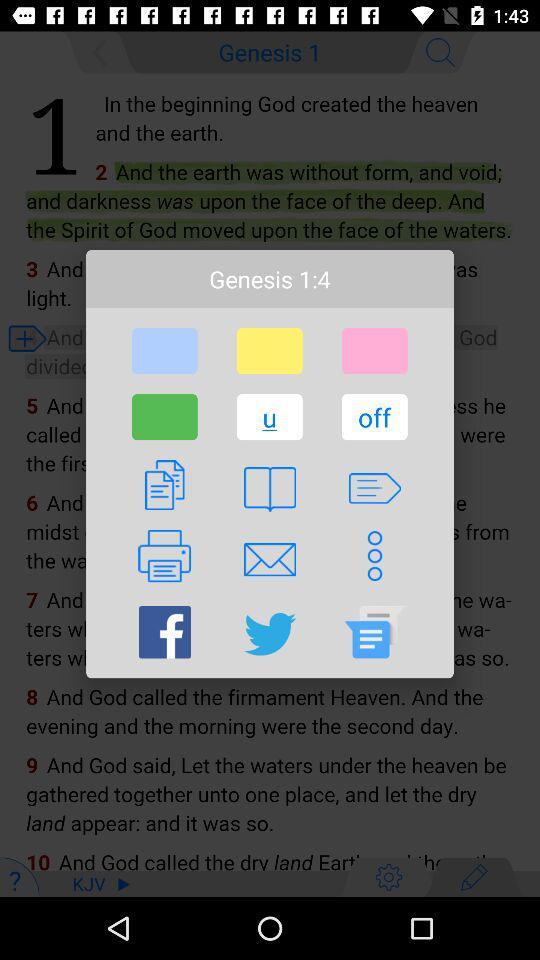 The image size is (540, 960). I want to click on item below genesis 1:4 item, so click(269, 351).